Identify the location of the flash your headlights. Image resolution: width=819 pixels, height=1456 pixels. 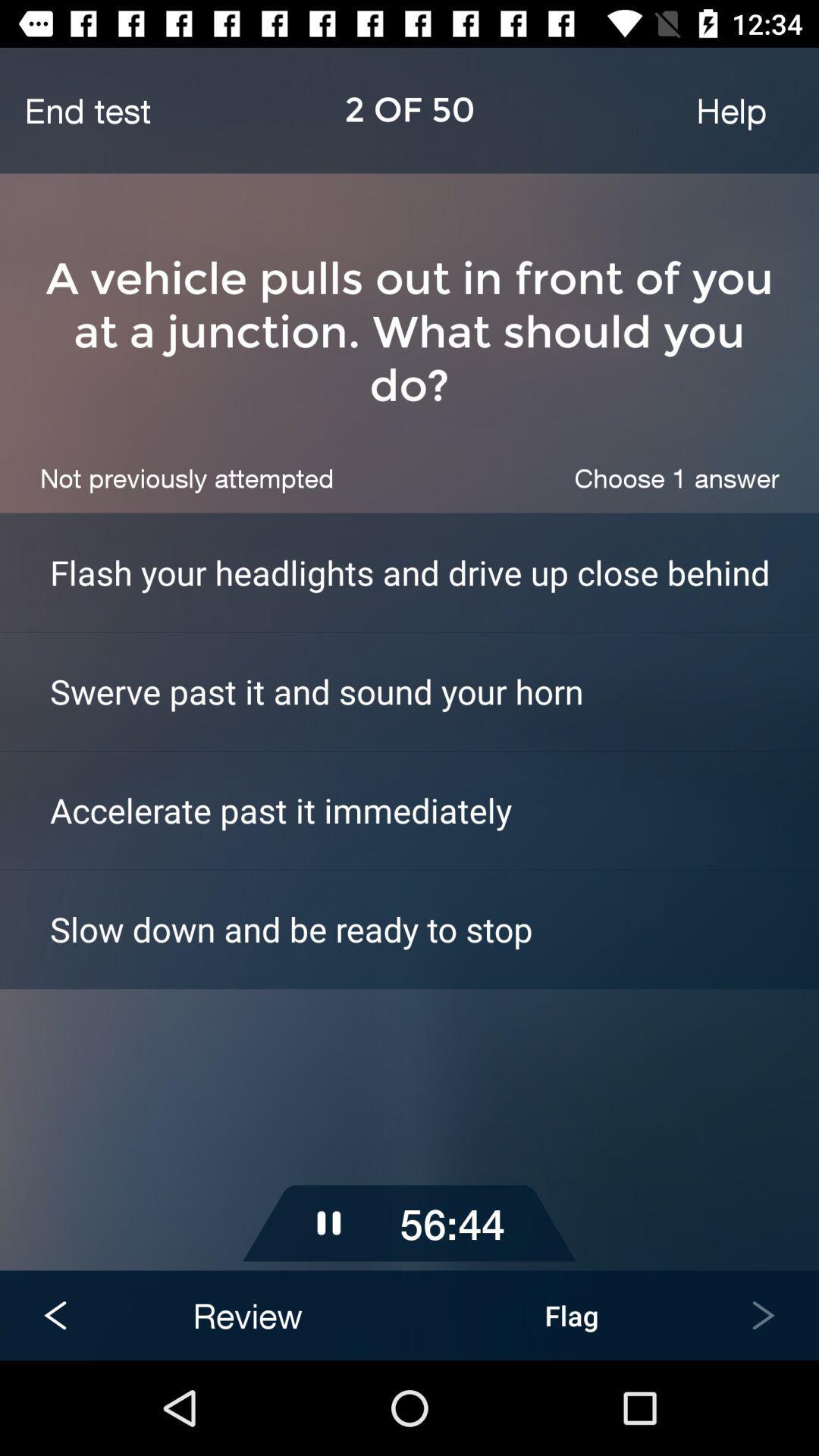
(435, 571).